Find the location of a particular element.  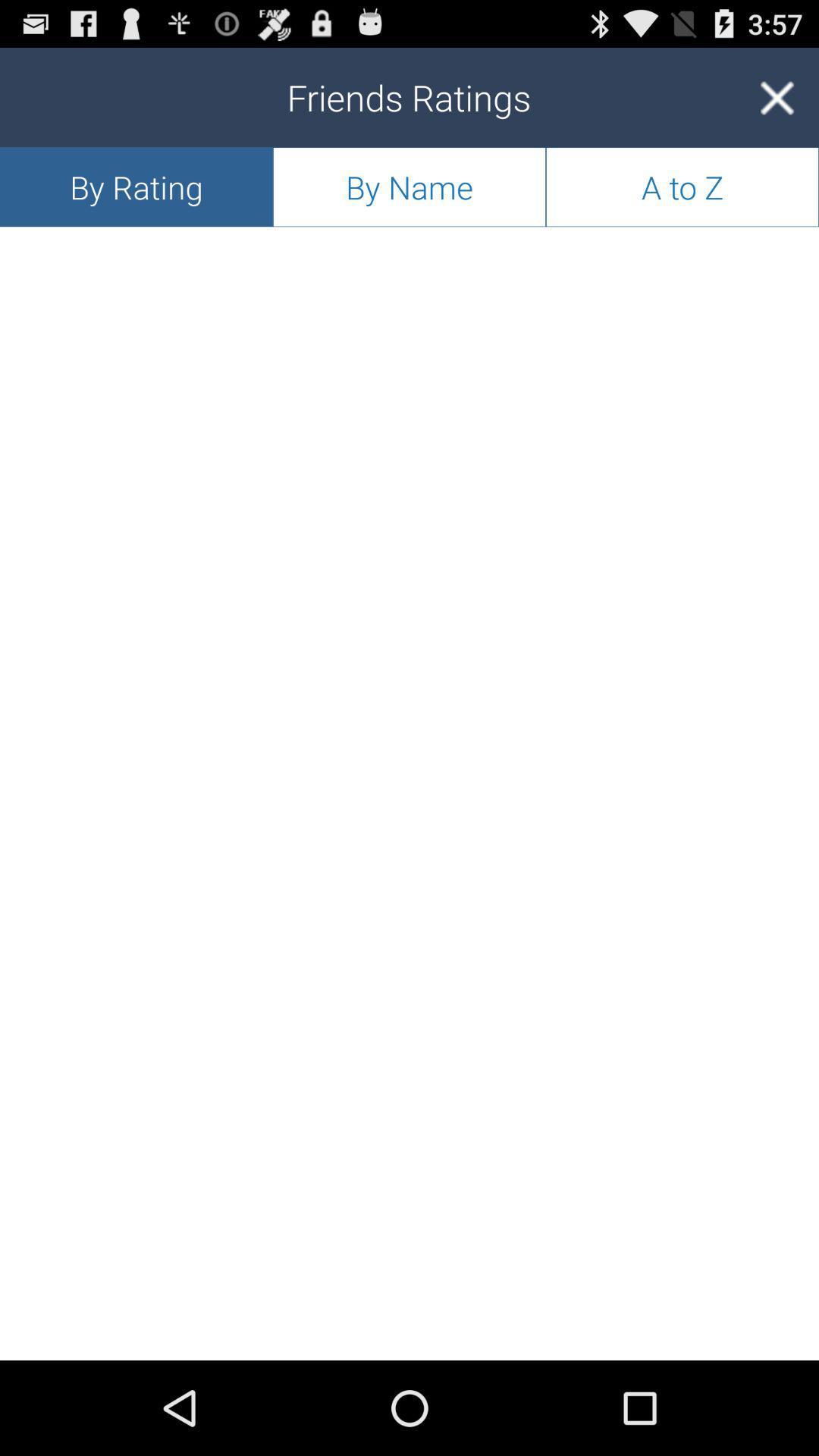

app to the right of the by name icon is located at coordinates (777, 96).